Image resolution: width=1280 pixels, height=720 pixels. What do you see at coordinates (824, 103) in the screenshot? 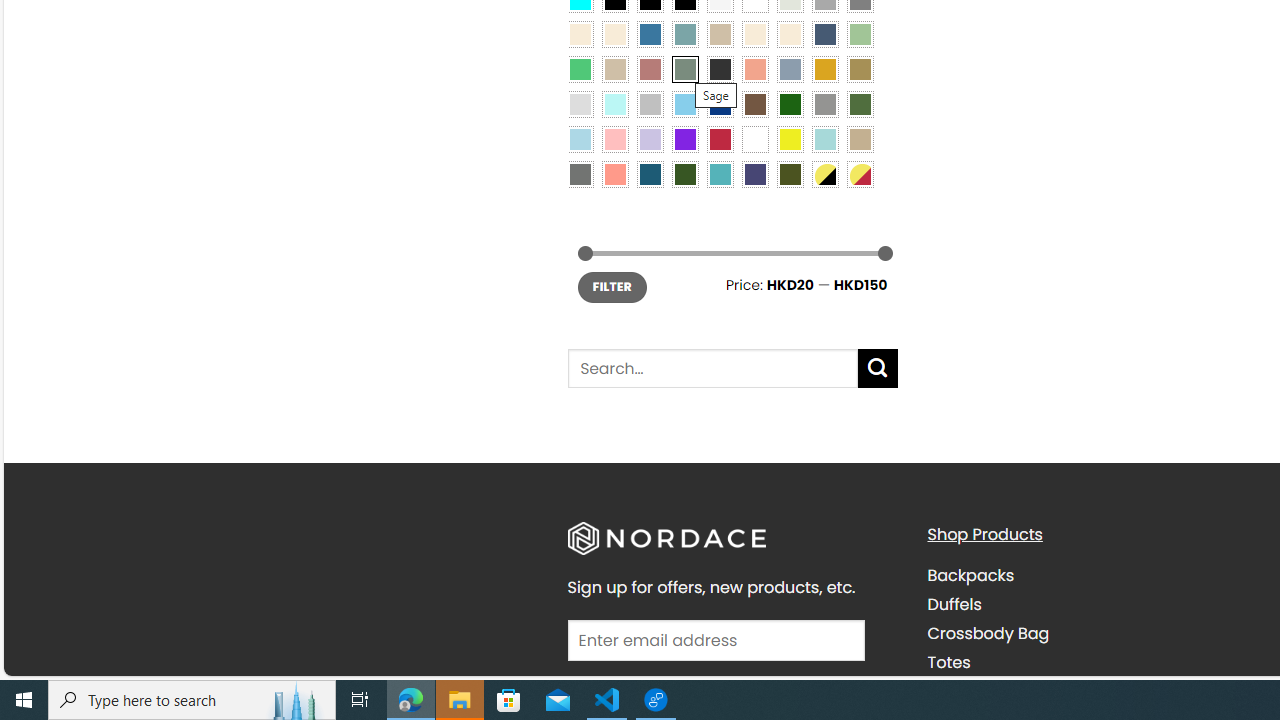
I see `'Gray'` at bounding box center [824, 103].